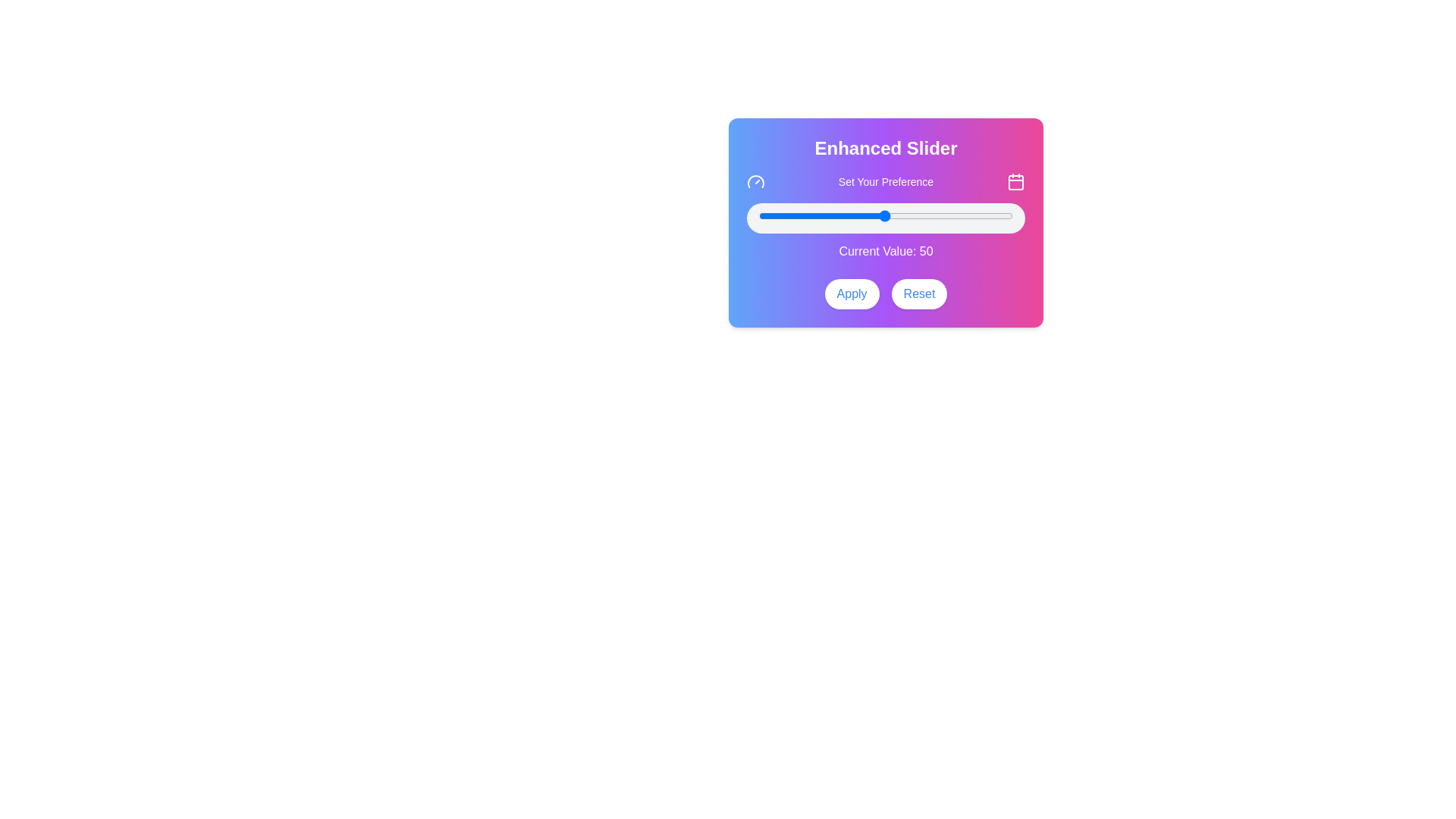 The image size is (1456, 819). I want to click on the slider, so click(846, 216).